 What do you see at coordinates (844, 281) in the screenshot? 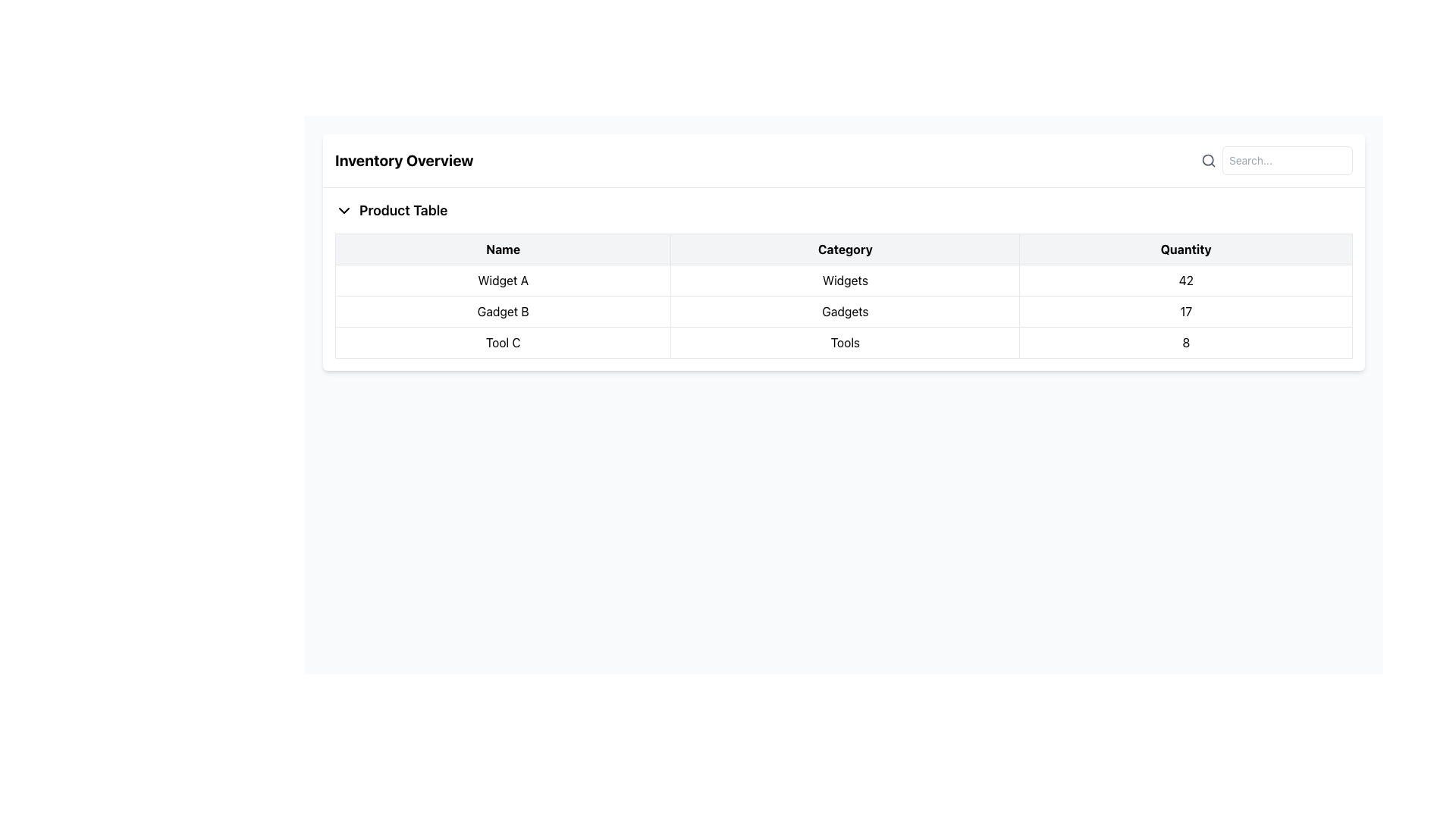
I see `the table cell containing the text 'Widgets' which is positioned in the middle column of the first row, between the cells labeled 'Widget A' and '42'` at bounding box center [844, 281].